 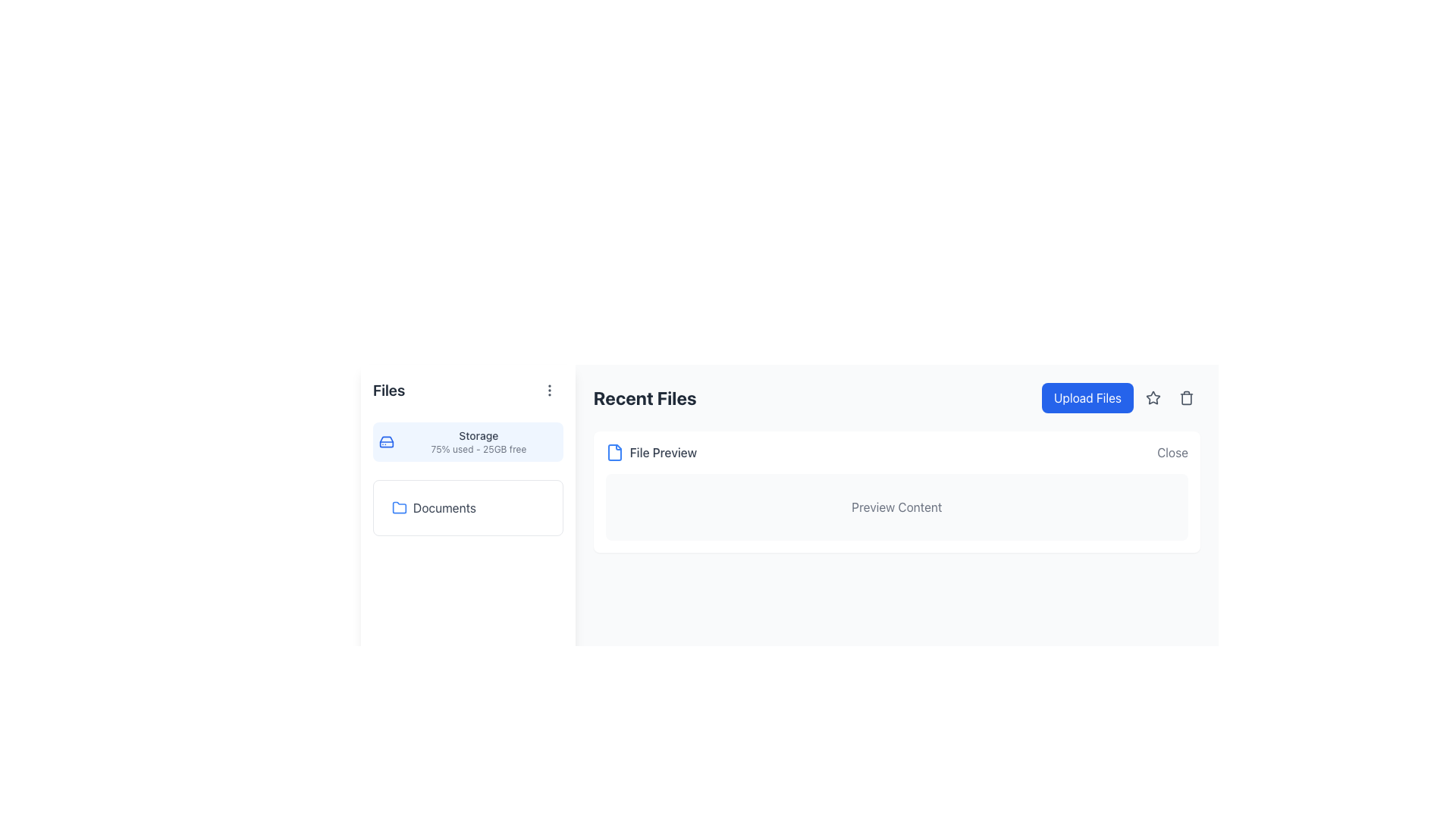 I want to click on the star icon button located in the top-right corner of the recent files section to mark it as favorite, so click(x=1153, y=397).